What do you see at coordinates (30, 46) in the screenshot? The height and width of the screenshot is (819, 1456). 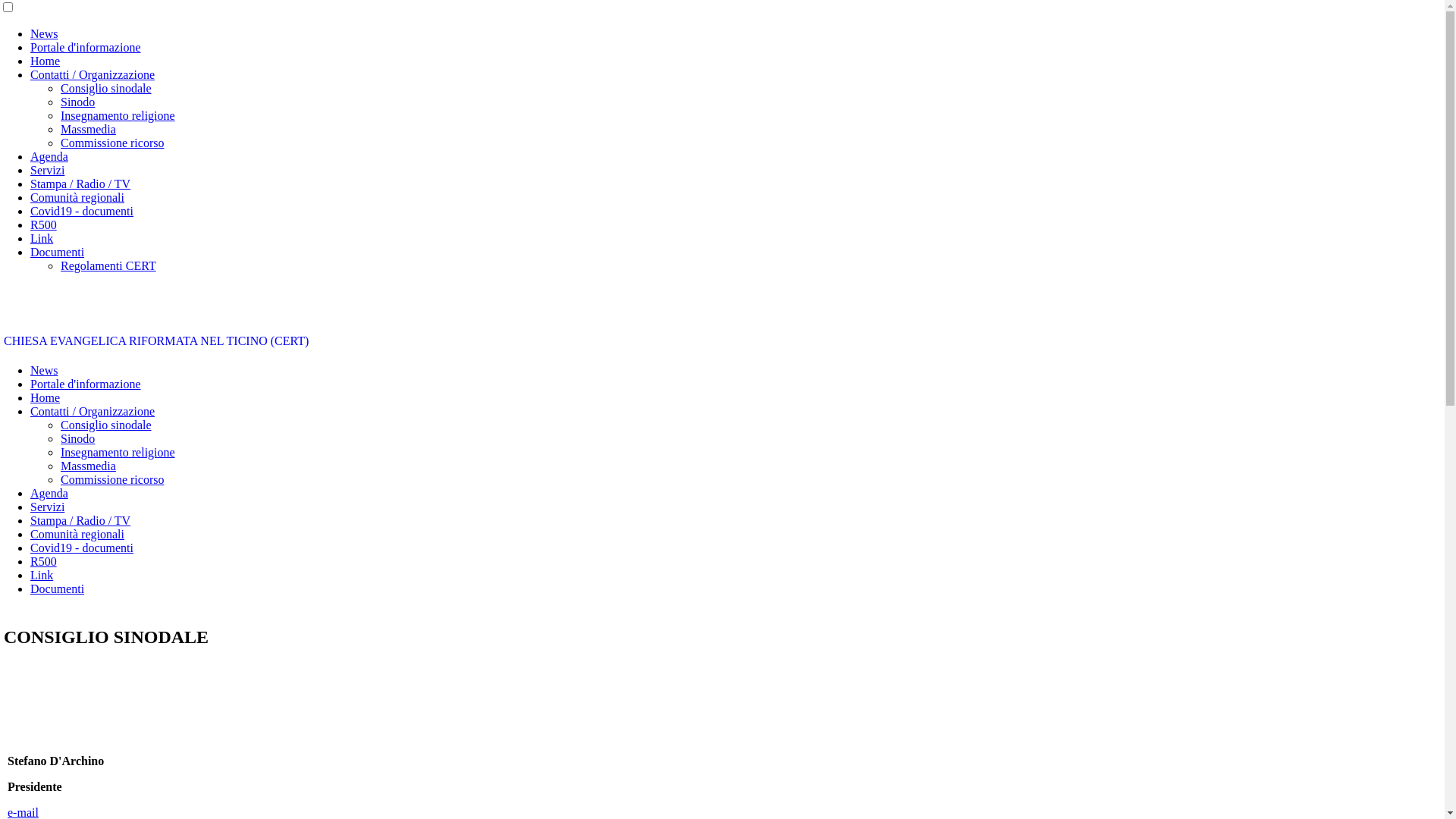 I see `'Portale d'informazione'` at bounding box center [30, 46].